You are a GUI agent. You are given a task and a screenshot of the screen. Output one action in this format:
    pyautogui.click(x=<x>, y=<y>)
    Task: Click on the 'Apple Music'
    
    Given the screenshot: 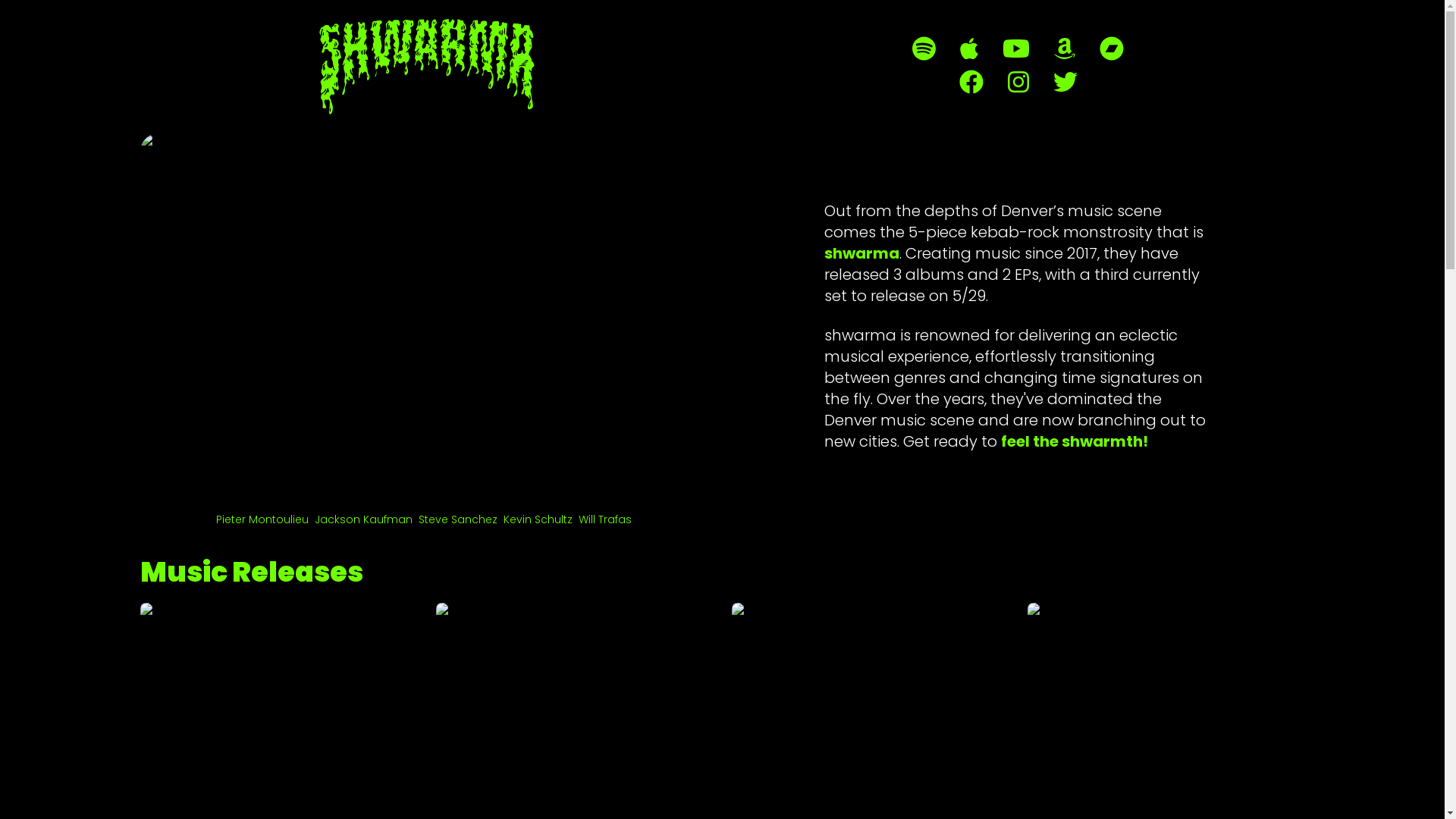 What is the action you would take?
    pyautogui.click(x=968, y=48)
    